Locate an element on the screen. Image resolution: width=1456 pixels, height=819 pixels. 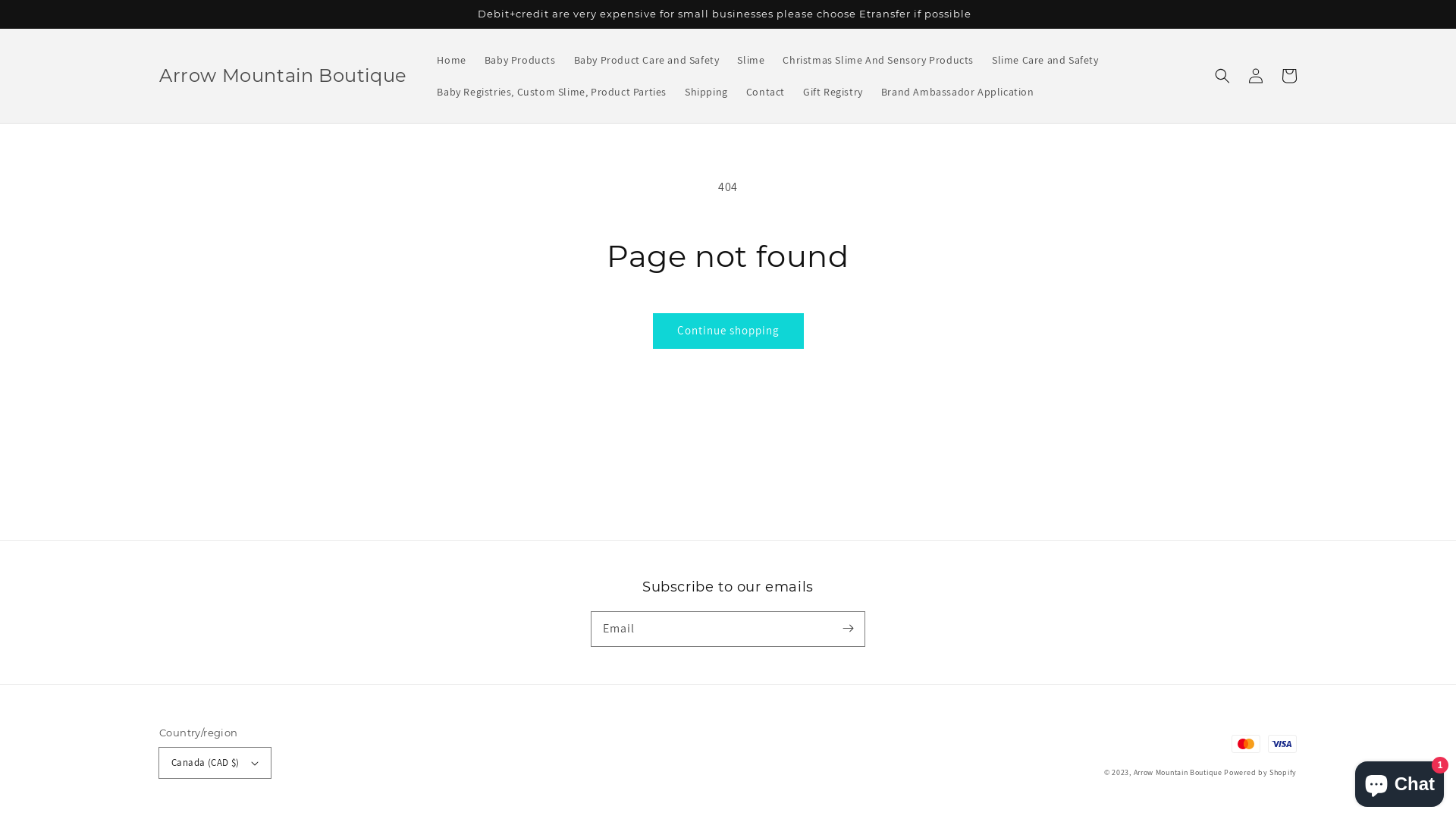
'Canada (CAD $)' is located at coordinates (159, 763).